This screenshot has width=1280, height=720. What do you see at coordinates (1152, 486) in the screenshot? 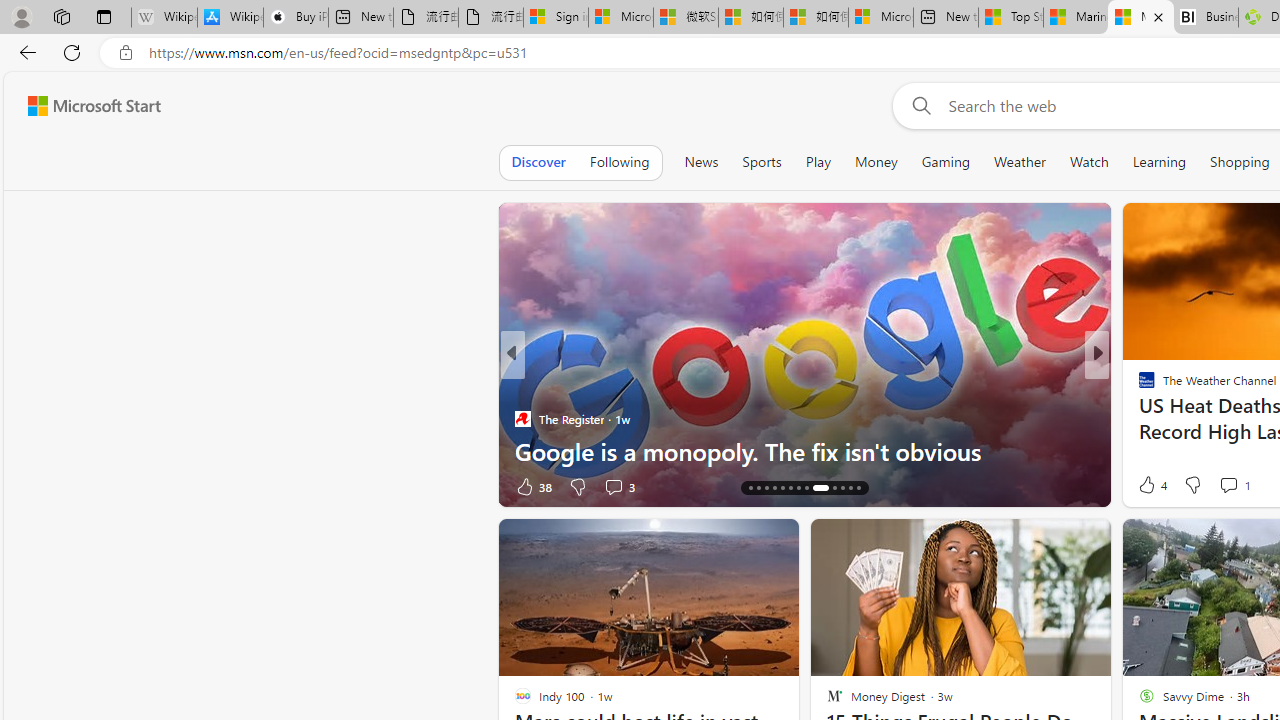
I see `'115 Like'` at bounding box center [1152, 486].